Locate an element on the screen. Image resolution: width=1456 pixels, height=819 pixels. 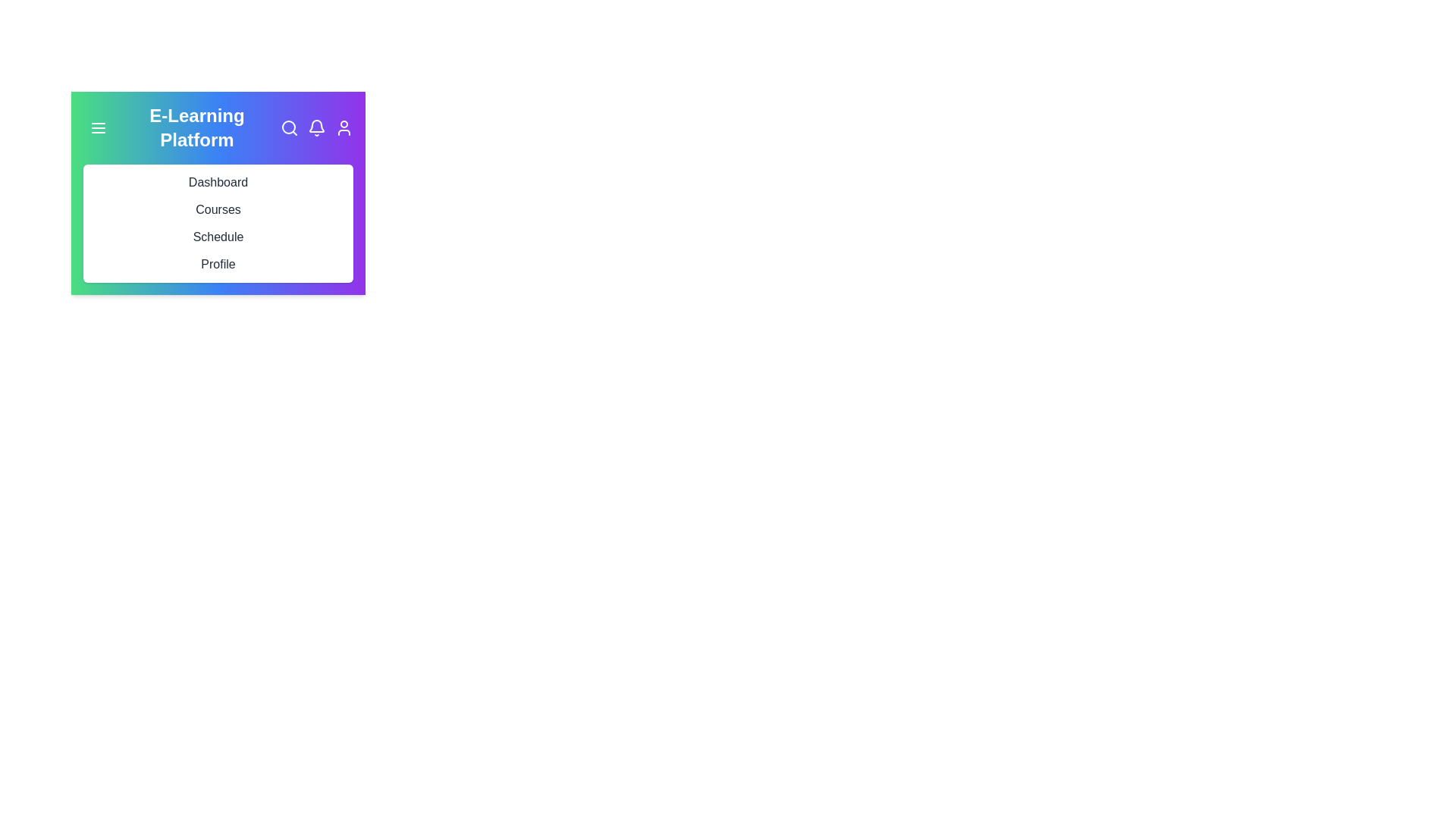
the notification bell icon is located at coordinates (315, 127).